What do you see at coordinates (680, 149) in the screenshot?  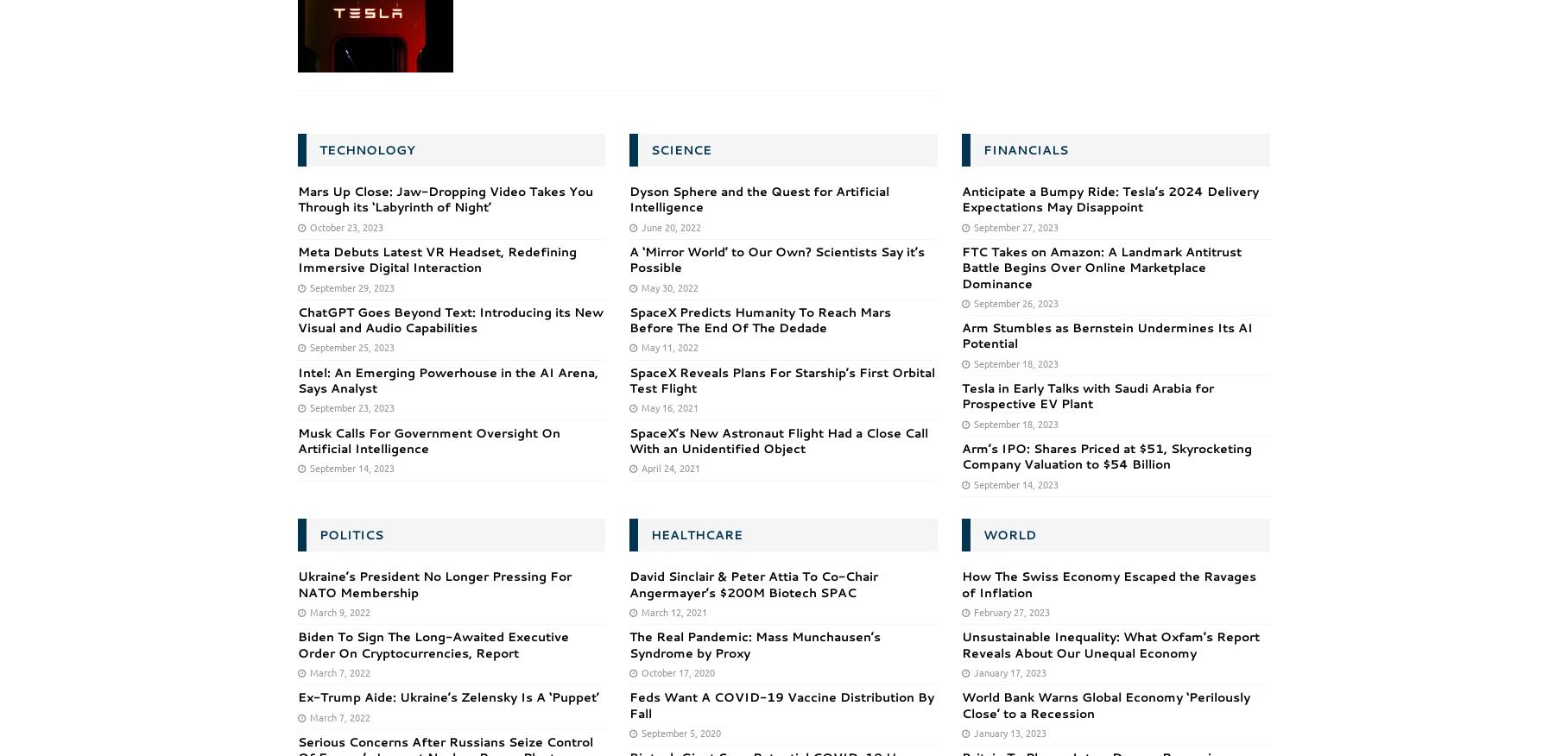 I see `'Science'` at bounding box center [680, 149].